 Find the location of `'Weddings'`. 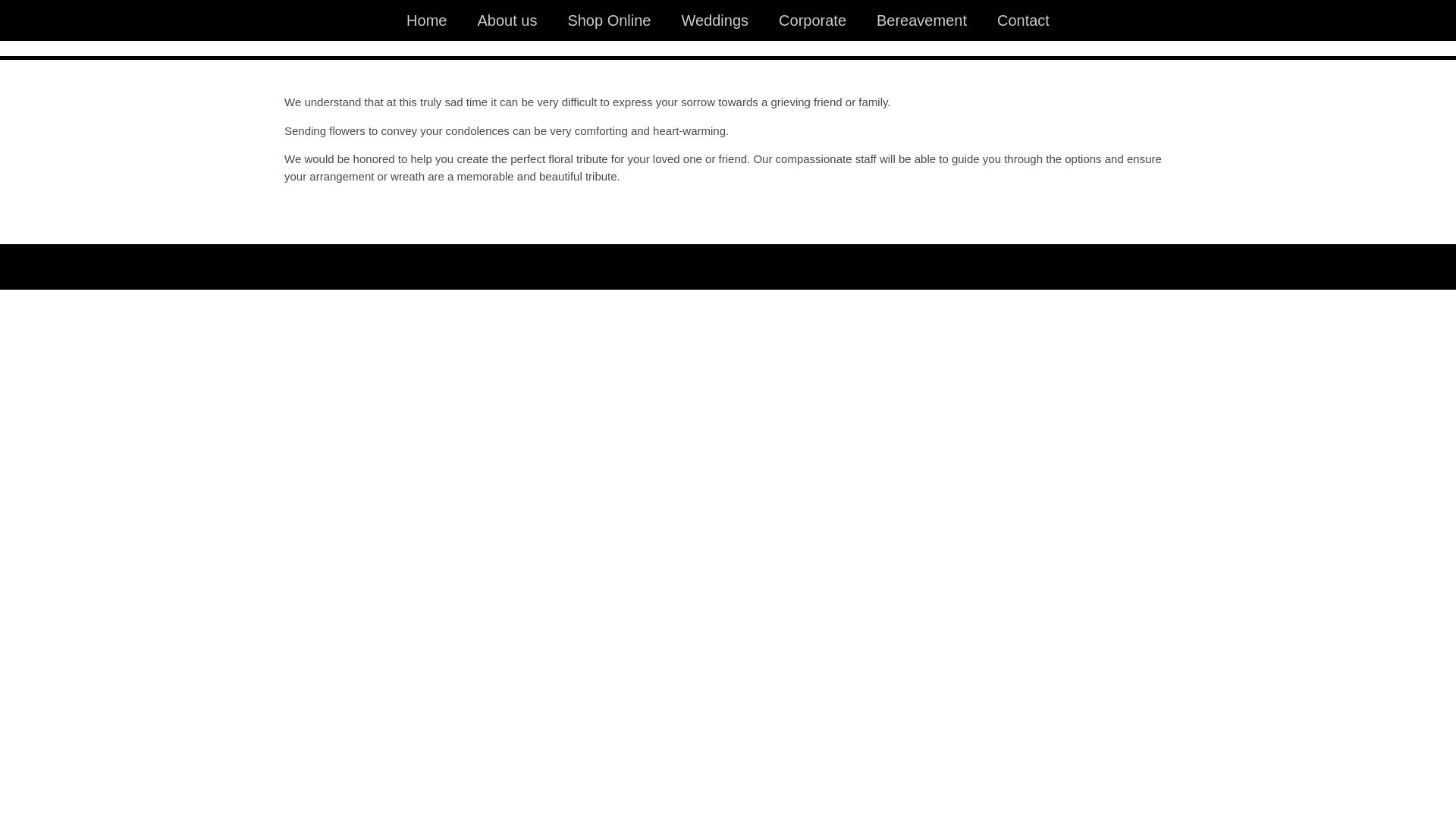

'Weddings' is located at coordinates (714, 20).